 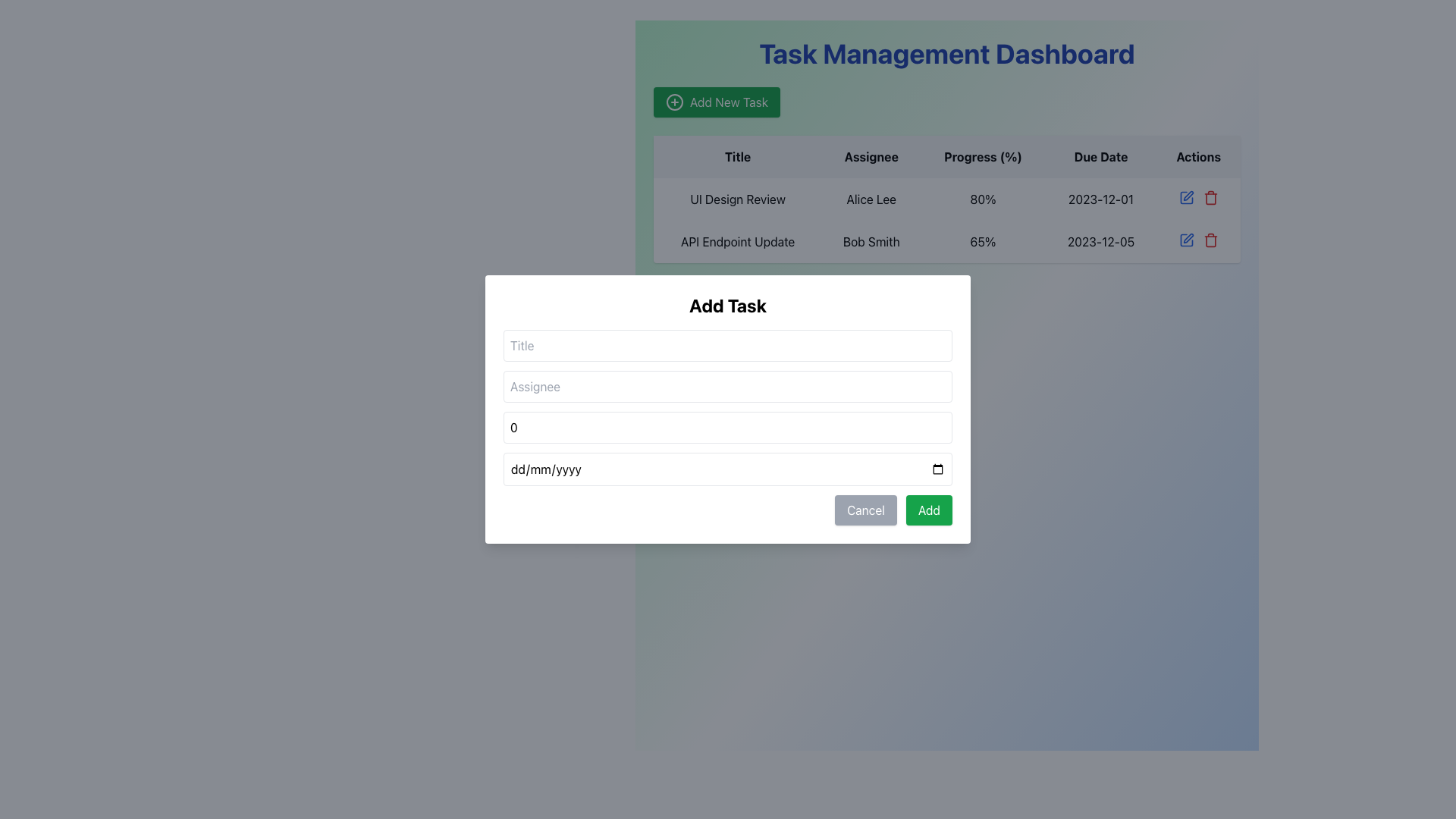 What do you see at coordinates (871, 198) in the screenshot?
I see `the text label indicating the assignee for the 'UI Design Review' task, located in the second column under the 'Assignee' heading in the first row of the table` at bounding box center [871, 198].